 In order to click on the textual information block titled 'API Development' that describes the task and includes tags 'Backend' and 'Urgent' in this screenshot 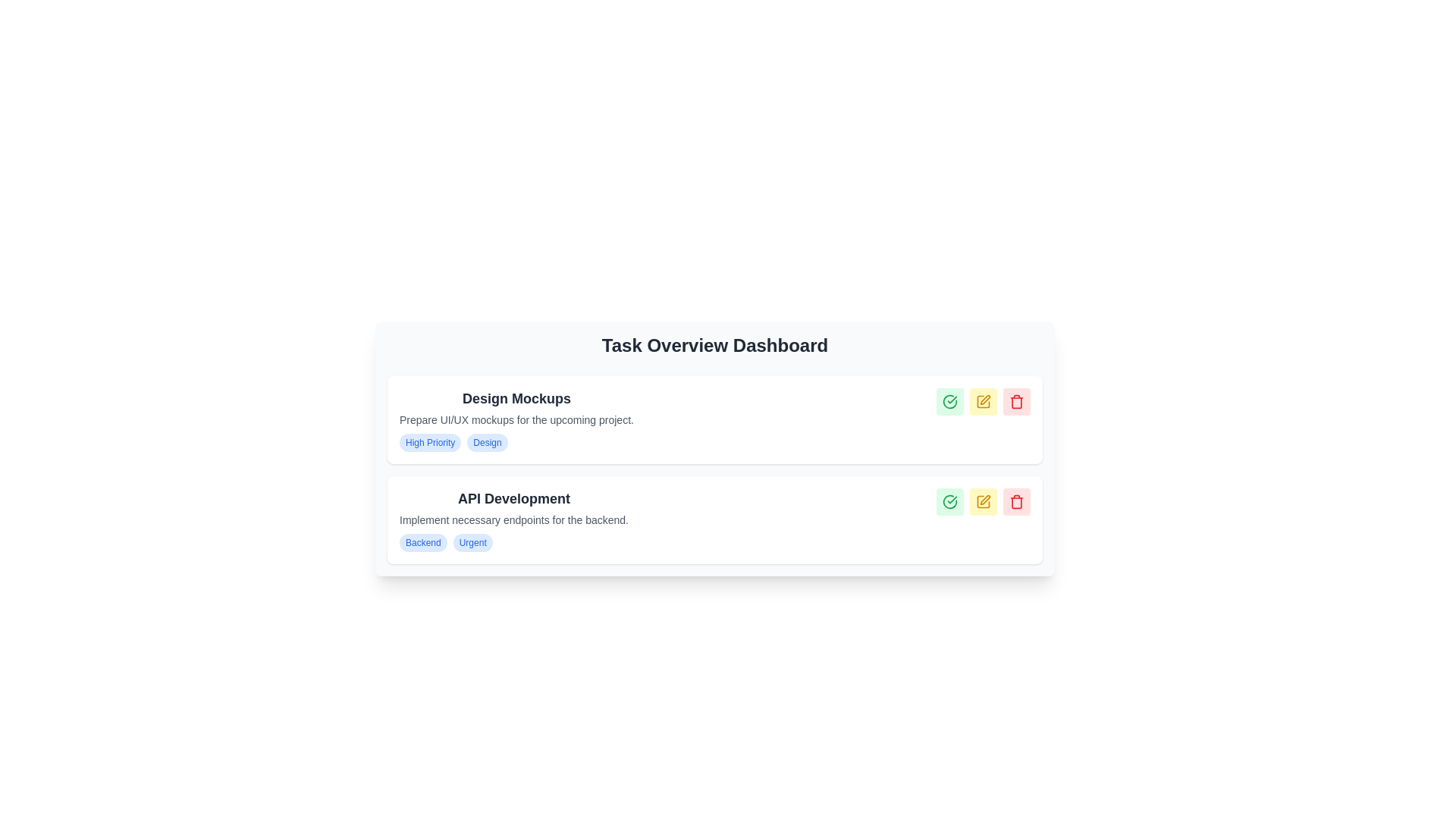, I will do `click(513, 519)`.